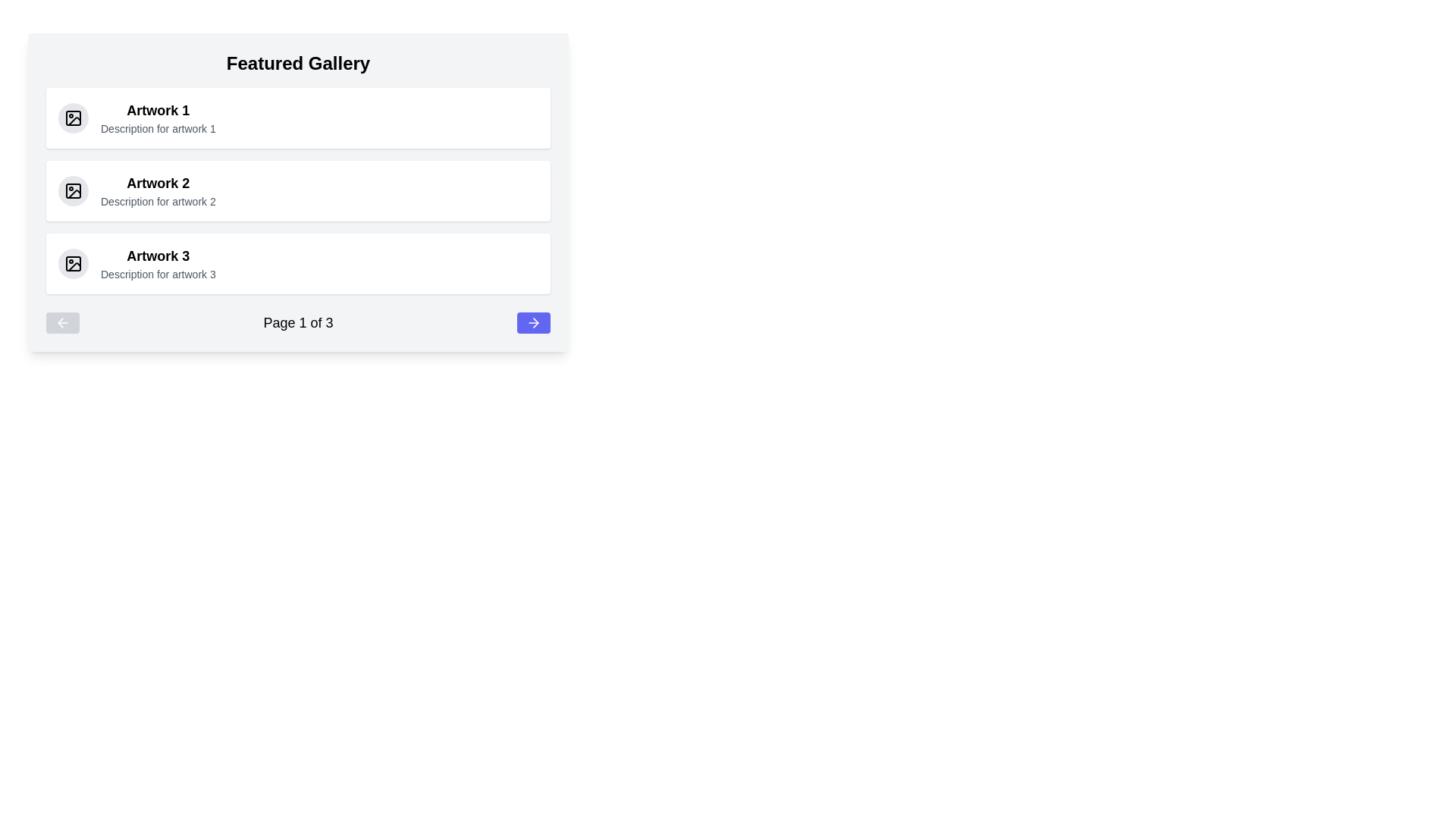 The height and width of the screenshot is (819, 1456). I want to click on the circular Icon Button with a gray background featuring a mountain and sun icon located in the top-left corner of the third artwork card in the gallery, so click(72, 262).